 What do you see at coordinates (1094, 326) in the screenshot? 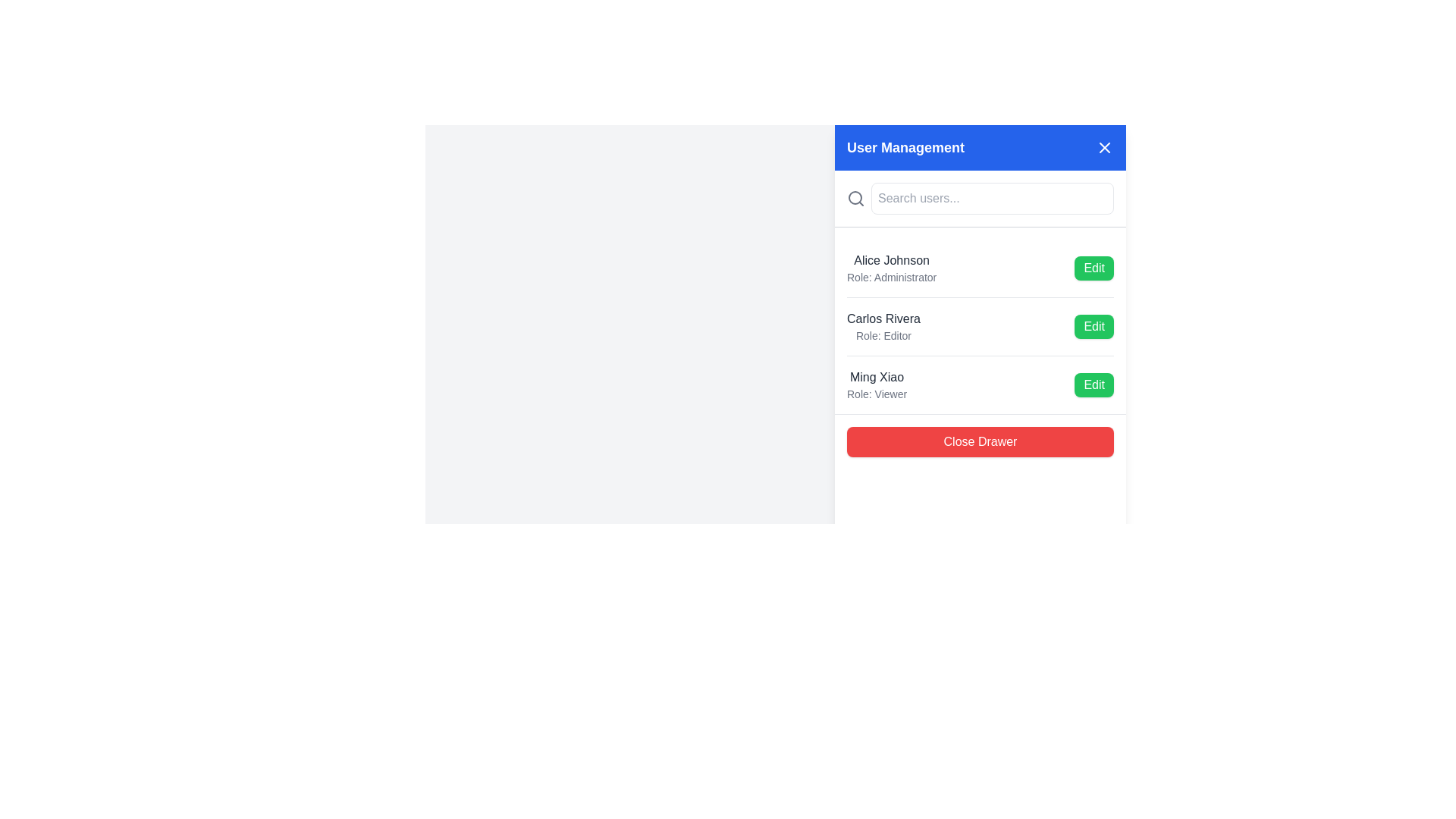
I see `the third 'Edit' button for user 'Carlos Rivera' to initiate editing` at bounding box center [1094, 326].